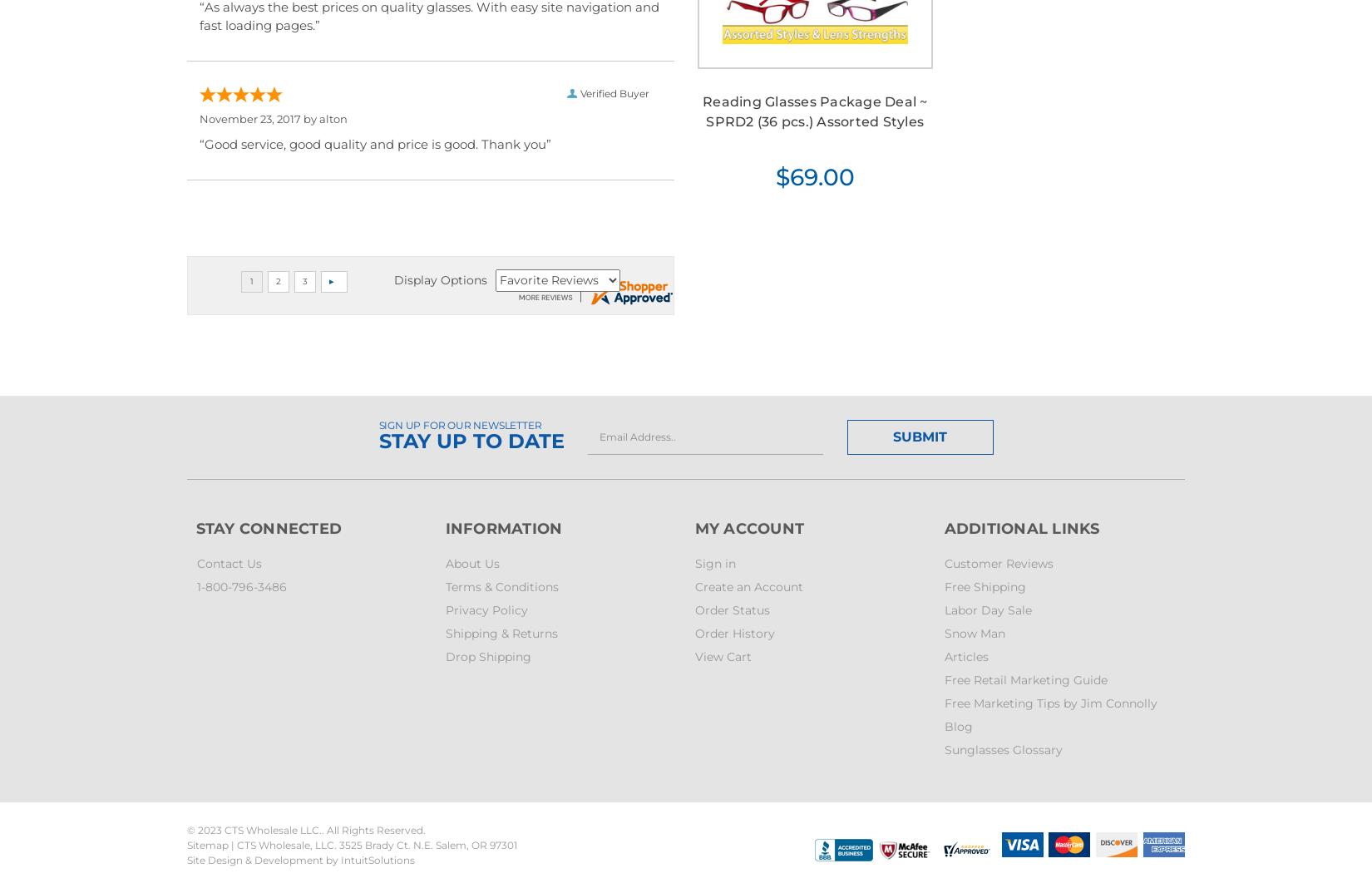 The width and height of the screenshot is (1372, 893). What do you see at coordinates (210, 828) in the screenshot?
I see `'2023'` at bounding box center [210, 828].